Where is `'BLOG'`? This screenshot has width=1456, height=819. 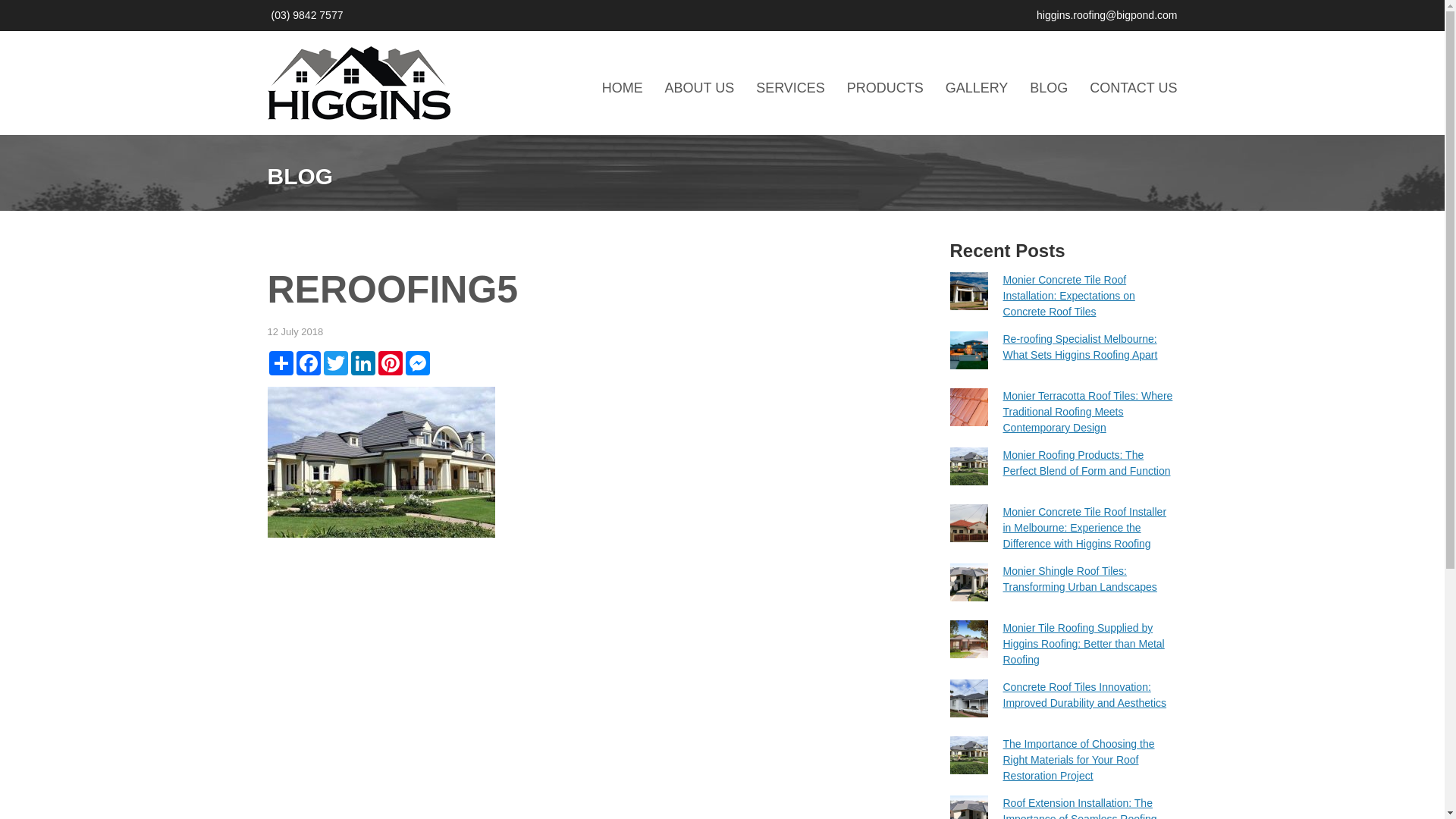
'BLOG' is located at coordinates (1047, 87).